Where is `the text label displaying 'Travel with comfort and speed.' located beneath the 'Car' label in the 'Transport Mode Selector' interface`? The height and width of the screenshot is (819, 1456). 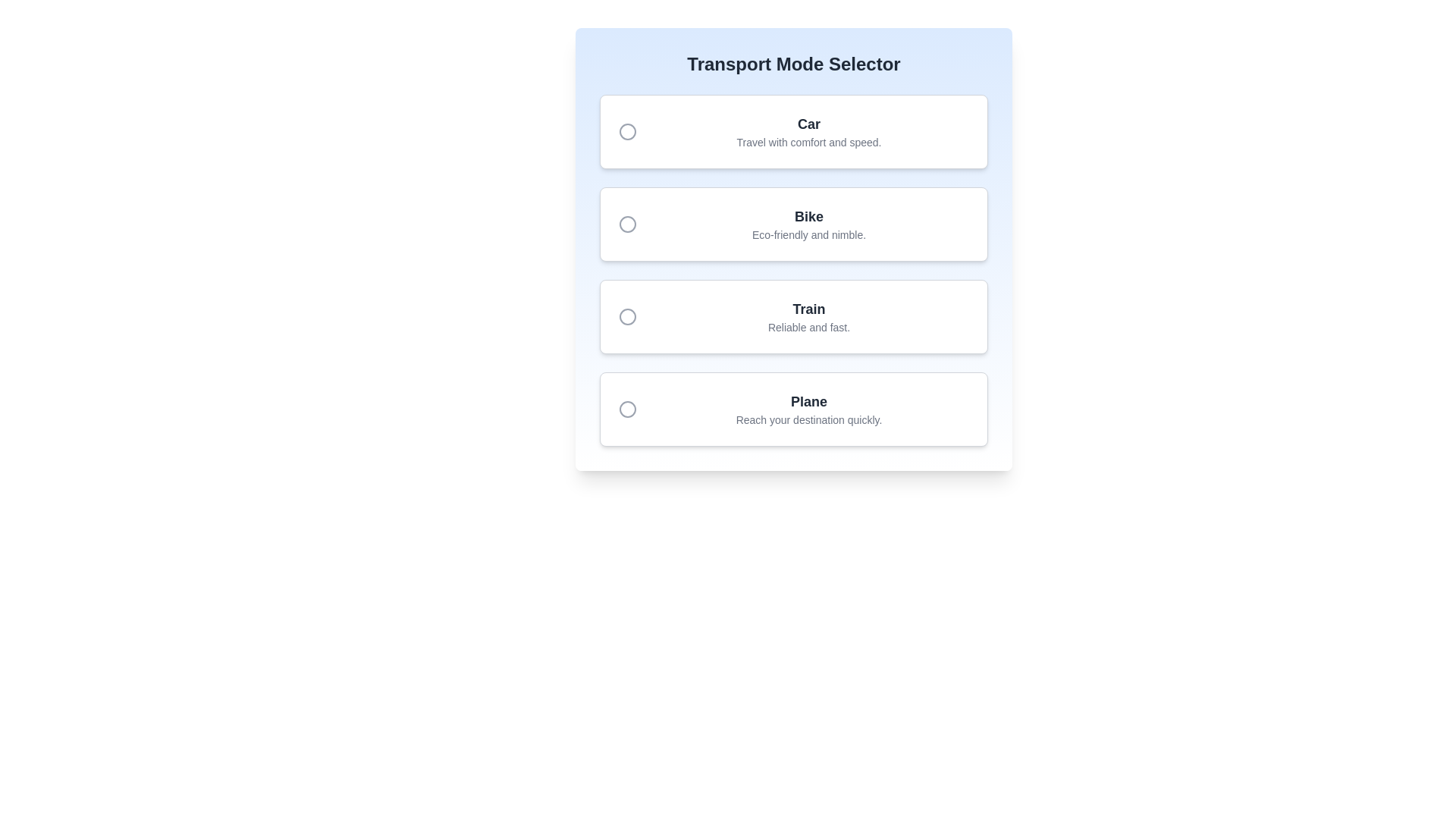 the text label displaying 'Travel with comfort and speed.' located beneath the 'Car' label in the 'Transport Mode Selector' interface is located at coordinates (808, 143).